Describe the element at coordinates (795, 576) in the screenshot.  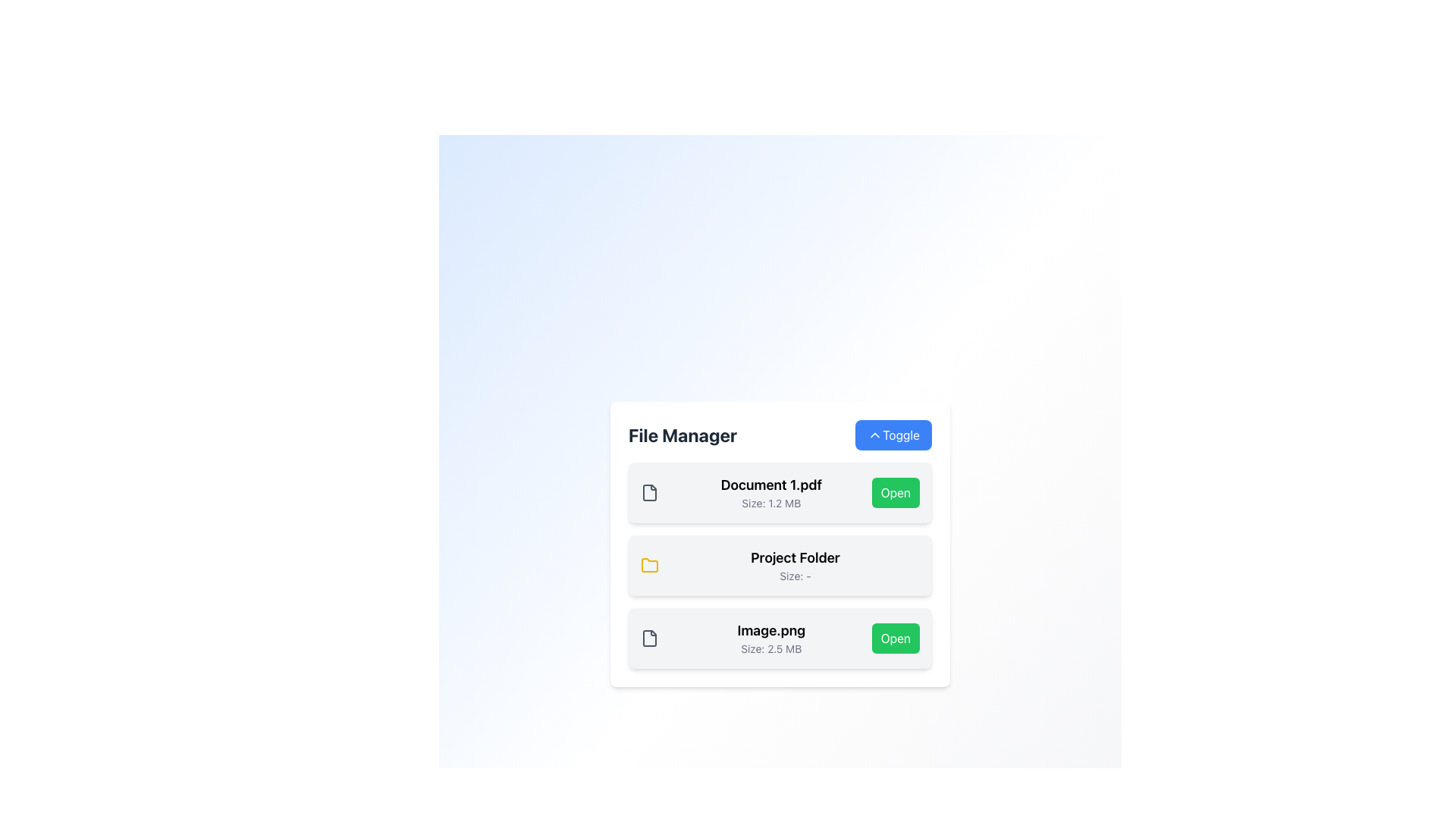
I see `text content of the Text Label that displays the size information of the associated folder, located beneath the 'Project Folder' label in the second item of the vertical list` at that location.